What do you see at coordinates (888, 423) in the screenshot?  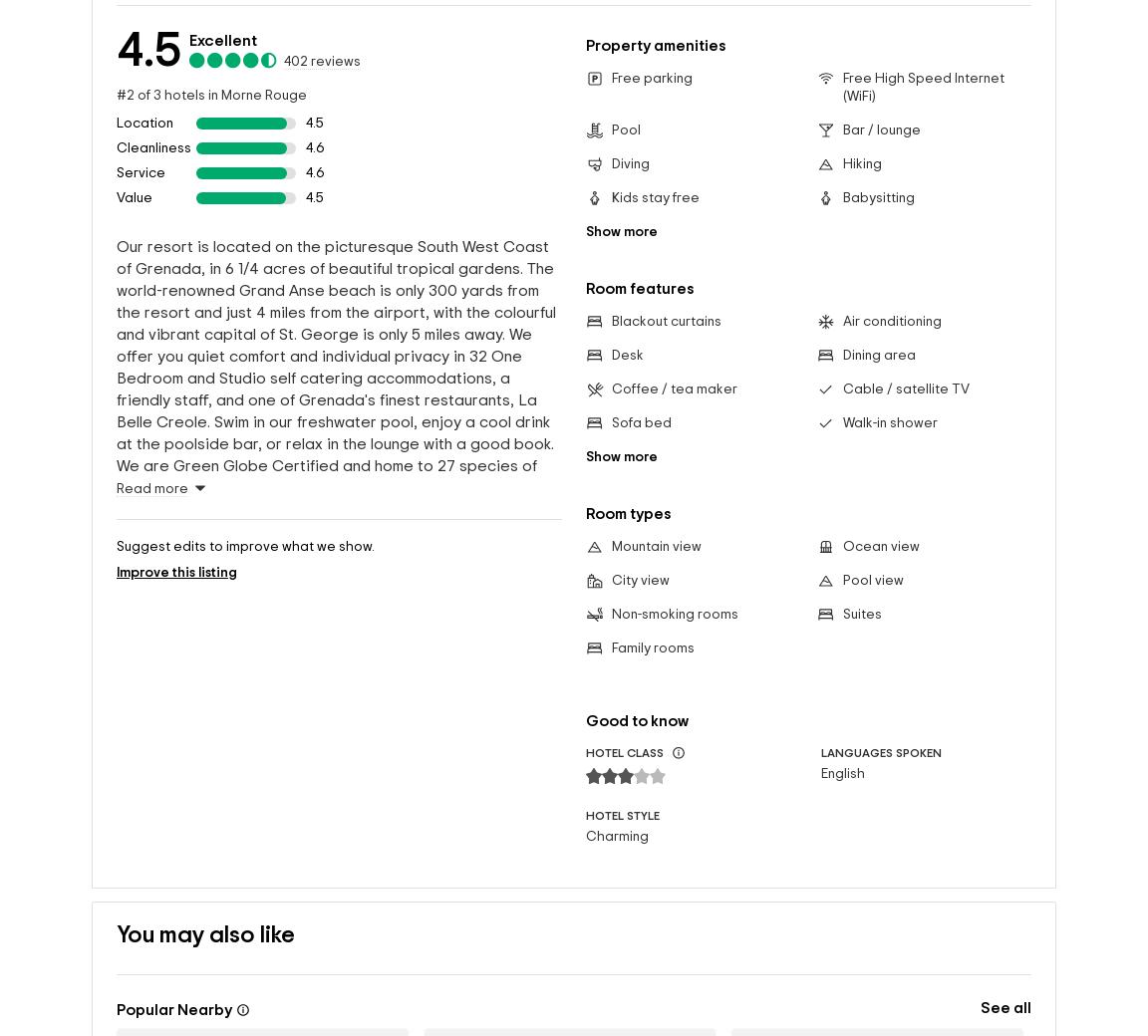 I see `'Walk-in shower'` at bounding box center [888, 423].